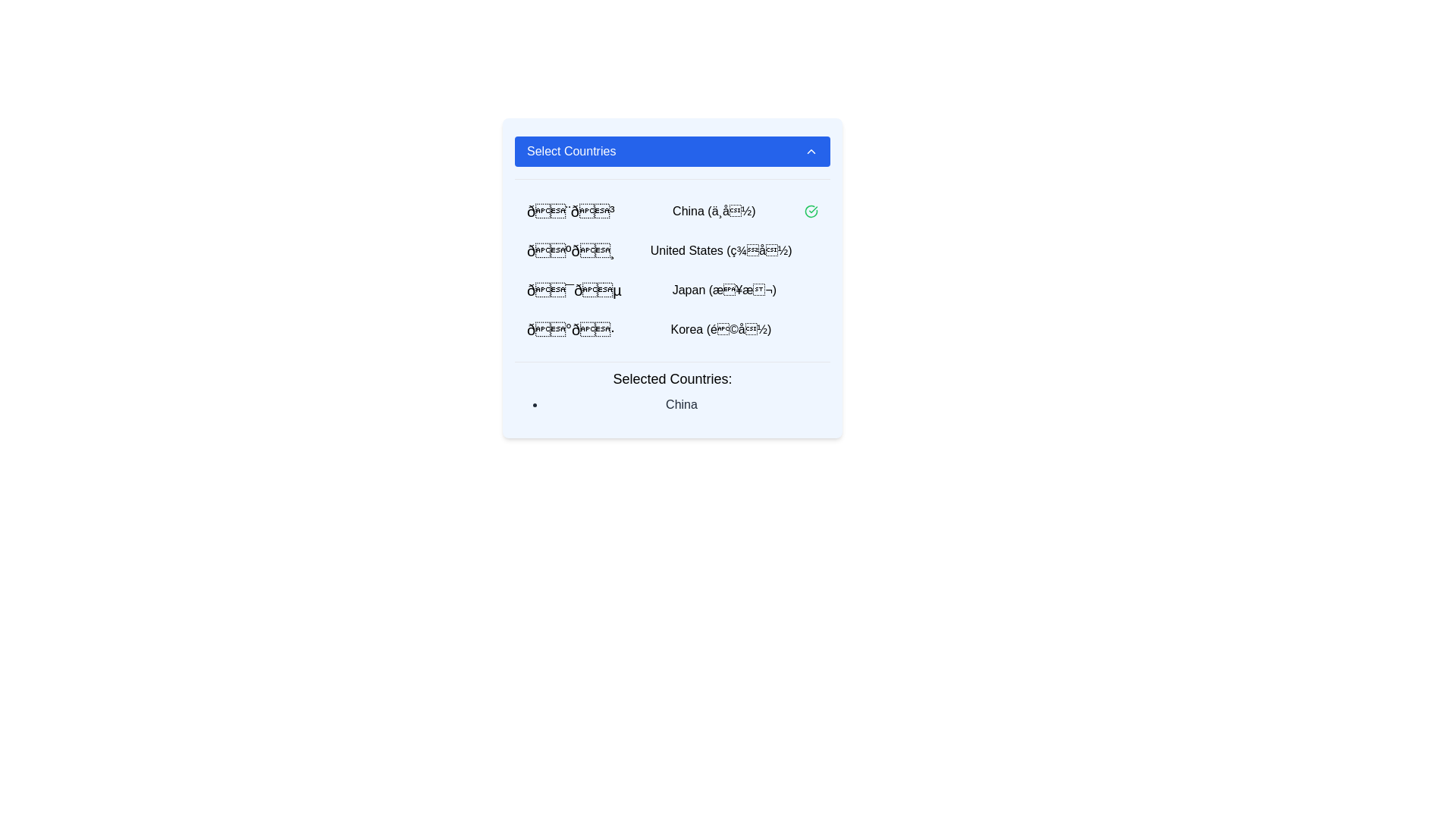 The height and width of the screenshot is (819, 1456). Describe the element at coordinates (723, 290) in the screenshot. I see `the text option labeled 'Japan (日本)' in the dropdown menu` at that location.